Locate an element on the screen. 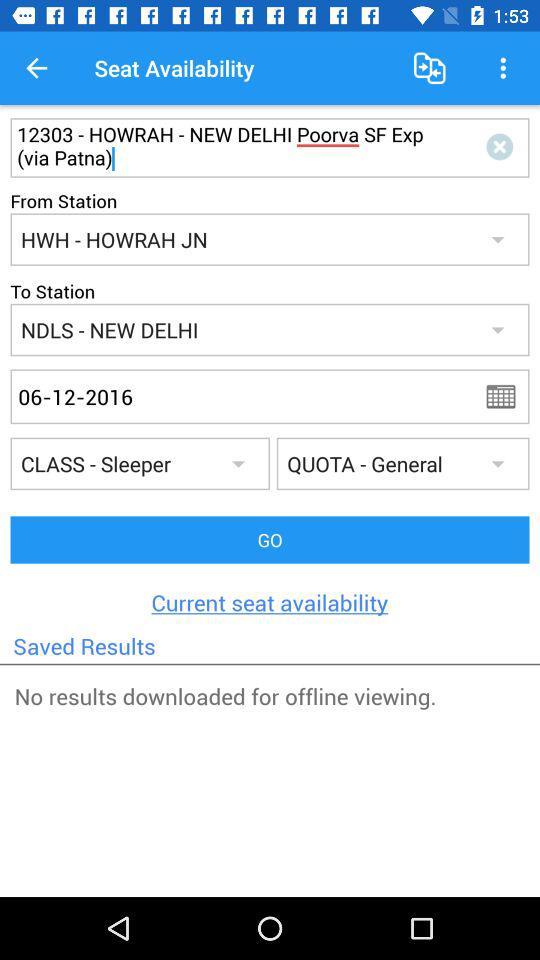 This screenshot has width=540, height=960. the item above the go item is located at coordinates (507, 395).